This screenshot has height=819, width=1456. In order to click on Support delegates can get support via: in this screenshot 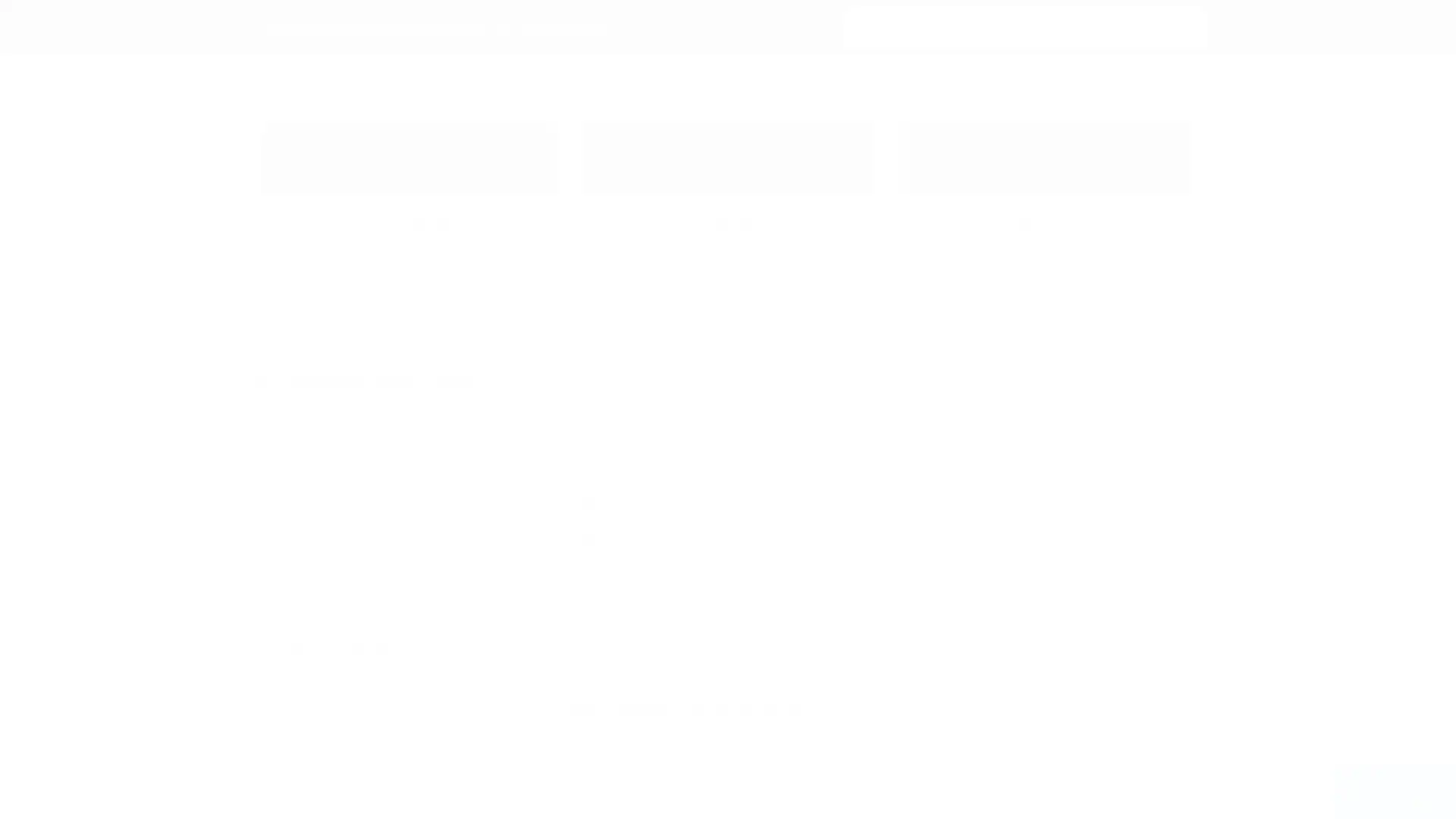, I will do `click(686, 710)`.